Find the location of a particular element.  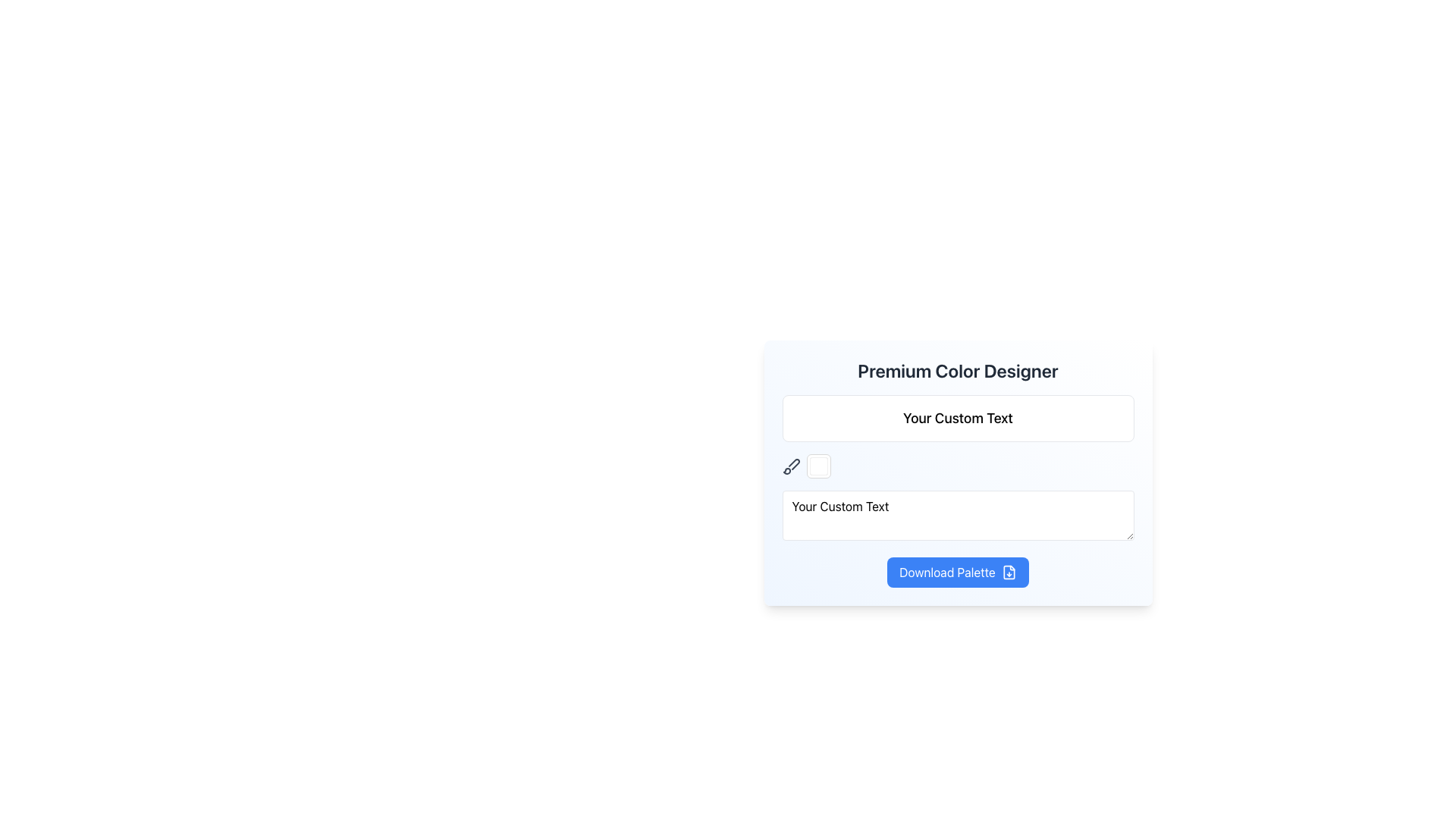

the download icon, which is a small document-shaped icon with a downward-pointing arrow, located at the right end of the 'Download Palette' button is located at coordinates (1009, 573).